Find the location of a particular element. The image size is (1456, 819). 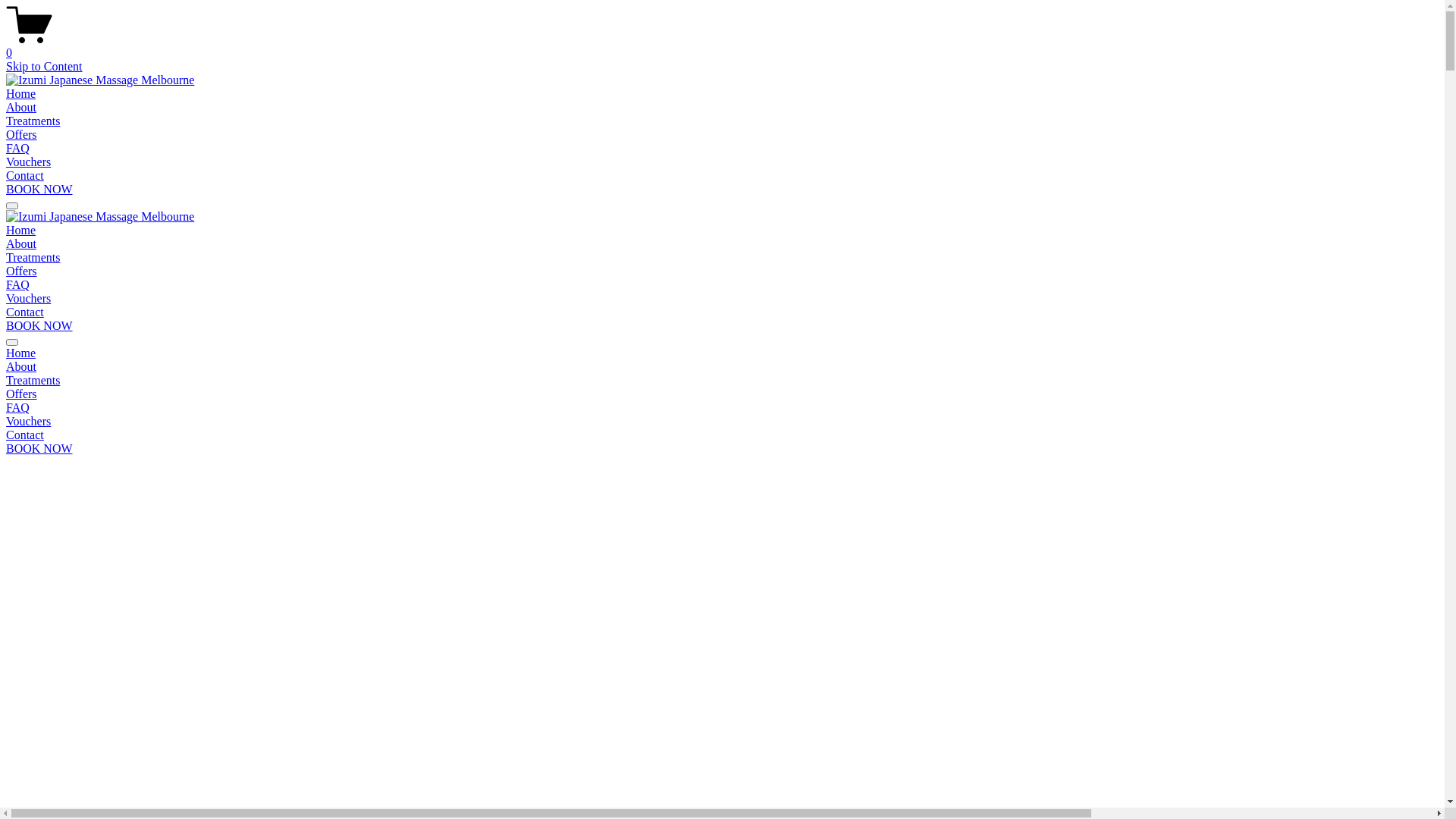

'Contact' is located at coordinates (25, 311).